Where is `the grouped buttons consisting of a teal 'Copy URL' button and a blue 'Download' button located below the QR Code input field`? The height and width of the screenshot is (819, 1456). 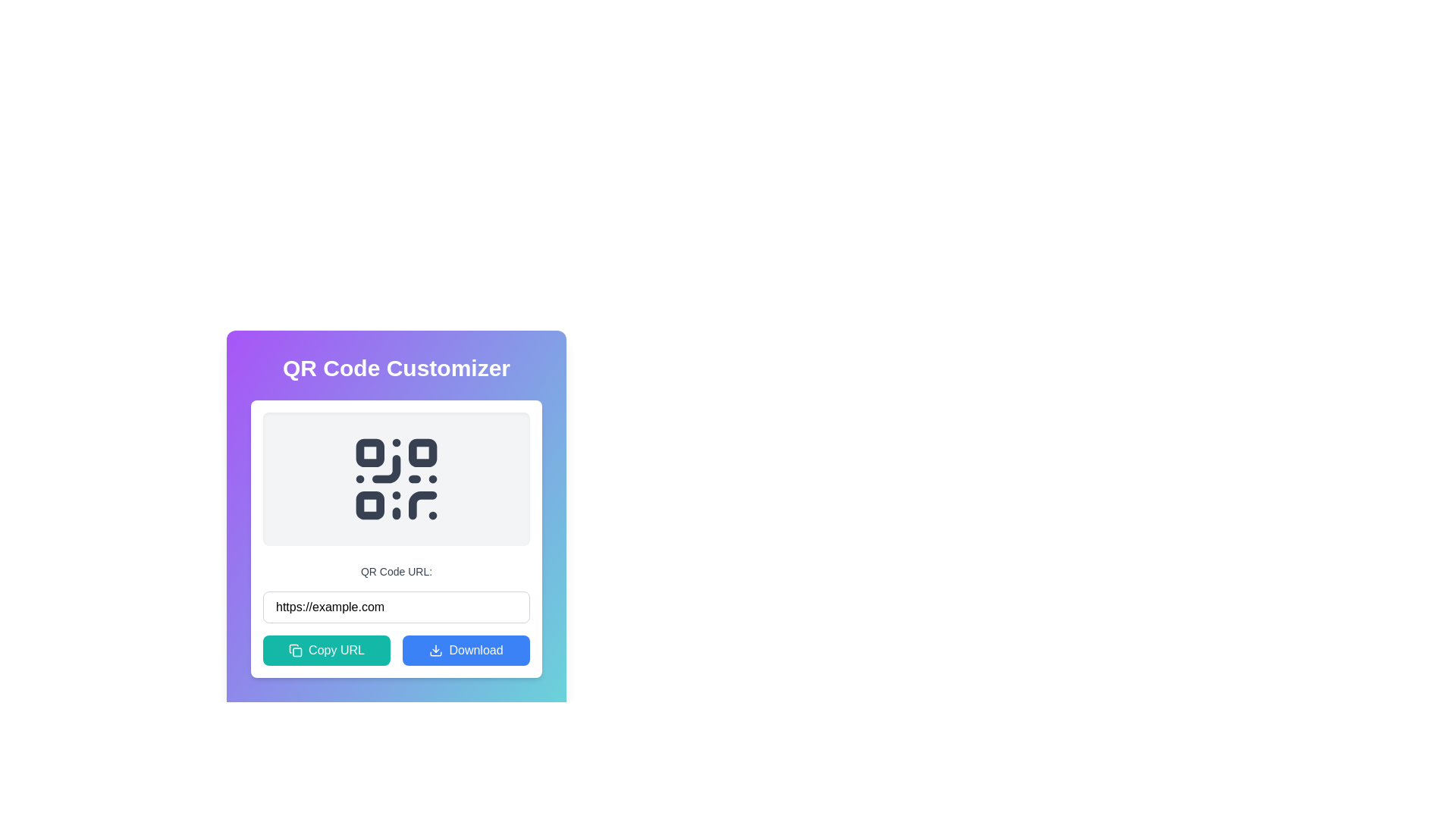 the grouped buttons consisting of a teal 'Copy URL' button and a blue 'Download' button located below the QR Code input field is located at coordinates (397, 649).